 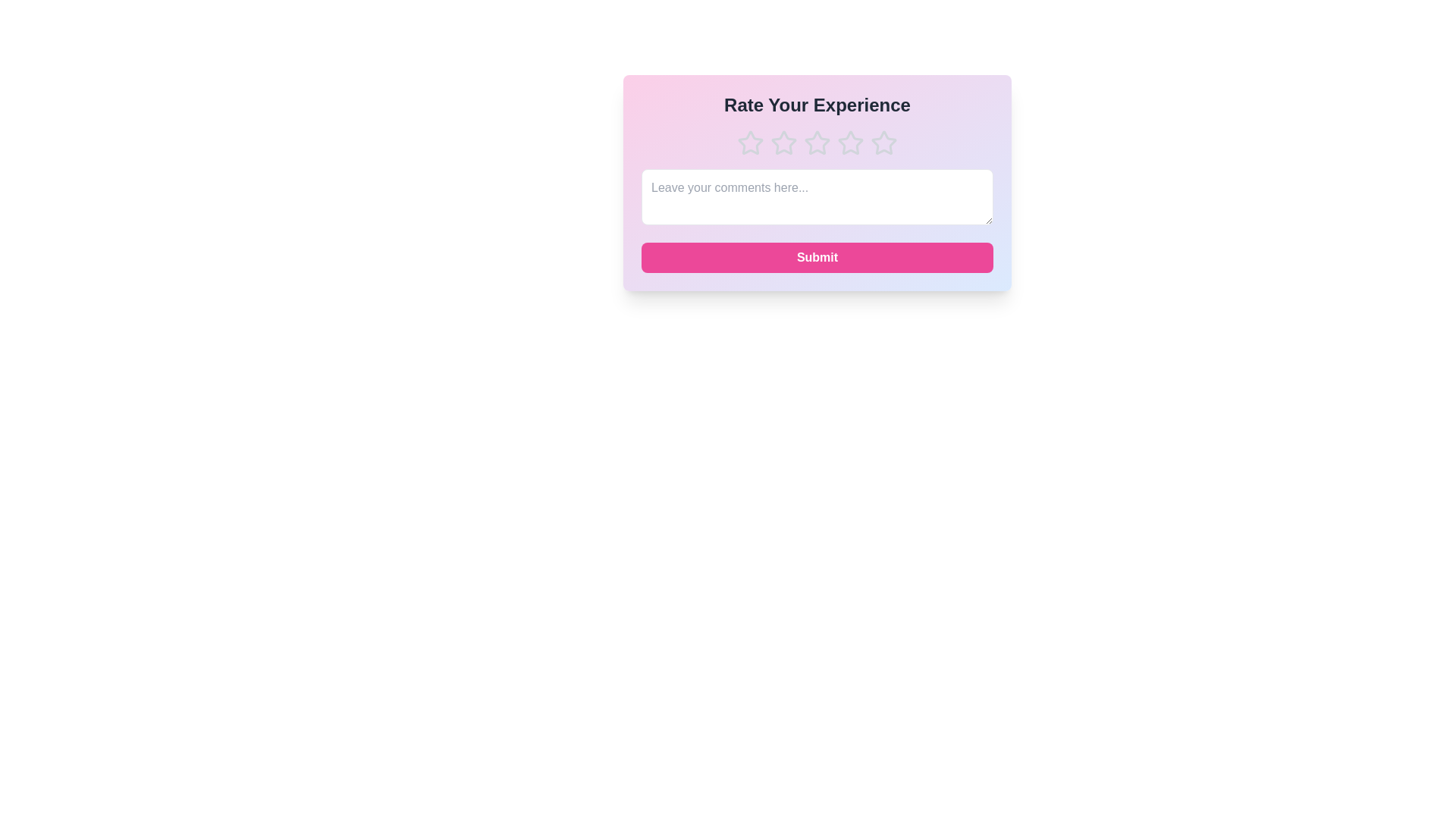 I want to click on the star corresponding to the rating 2 to set the experience rating, so click(x=783, y=143).